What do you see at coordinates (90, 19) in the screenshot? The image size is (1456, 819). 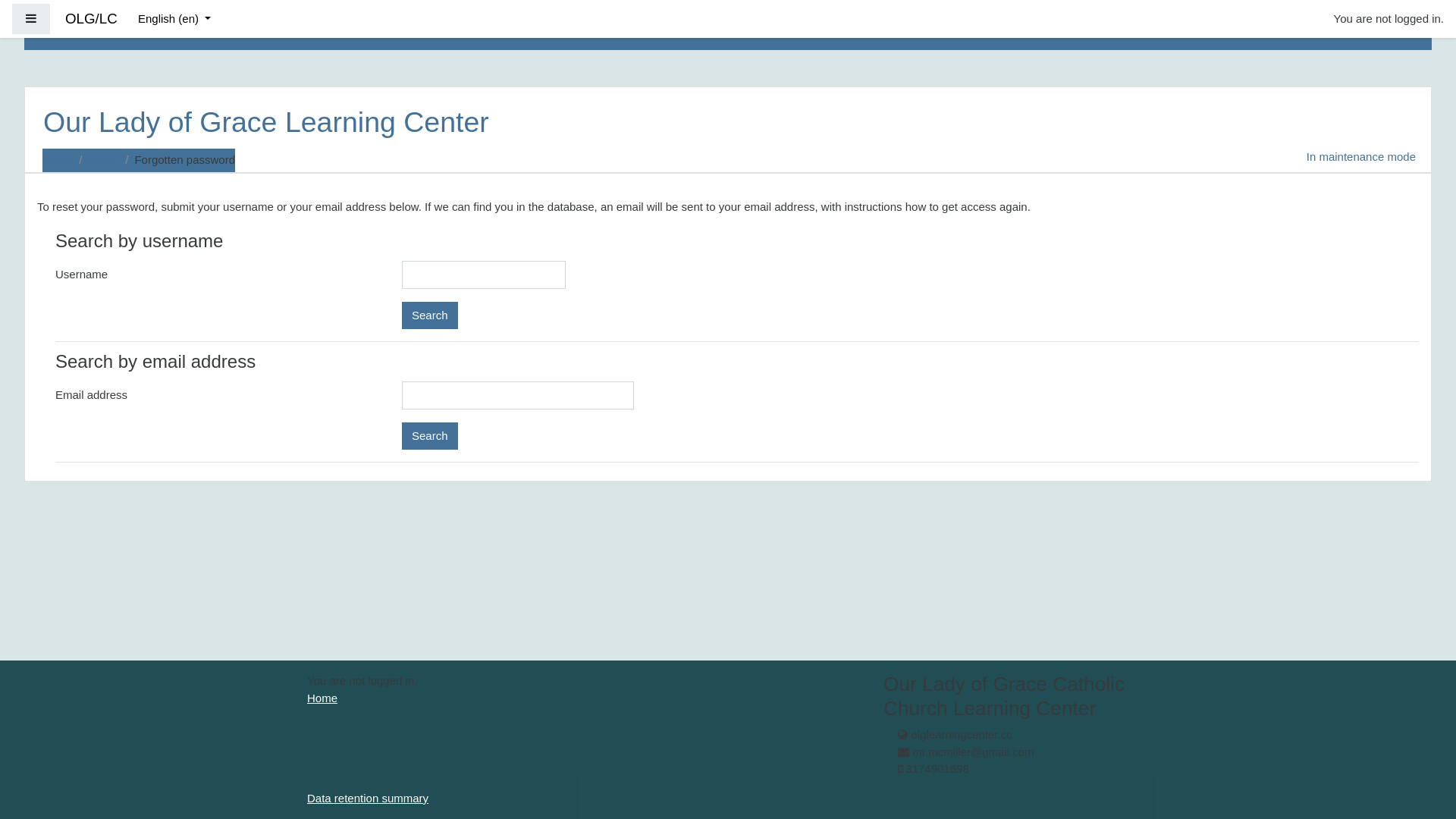 I see `'OLG/LC'` at bounding box center [90, 19].